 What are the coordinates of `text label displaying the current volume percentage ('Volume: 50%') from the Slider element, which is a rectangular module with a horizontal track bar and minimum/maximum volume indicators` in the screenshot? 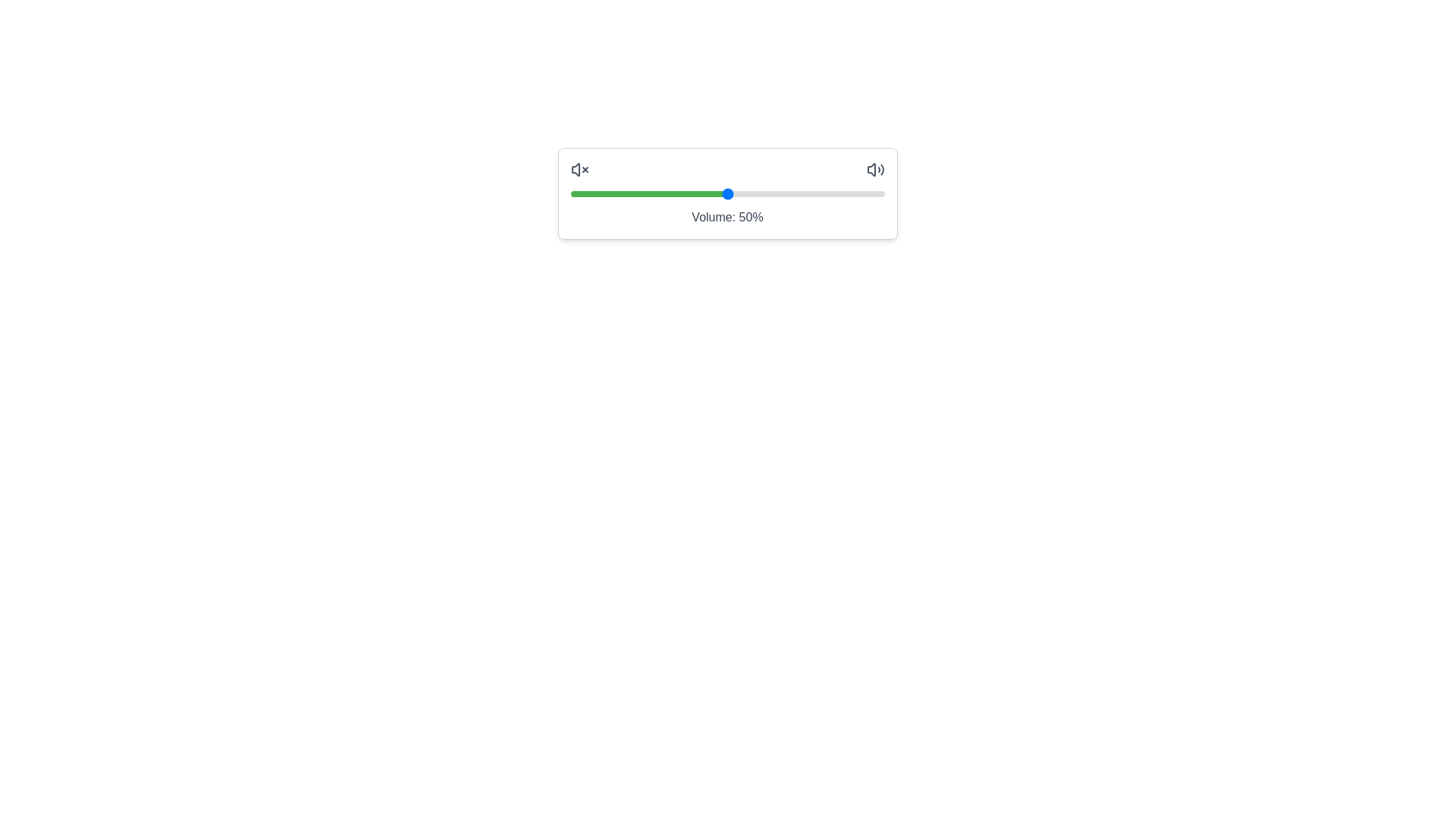 It's located at (726, 193).